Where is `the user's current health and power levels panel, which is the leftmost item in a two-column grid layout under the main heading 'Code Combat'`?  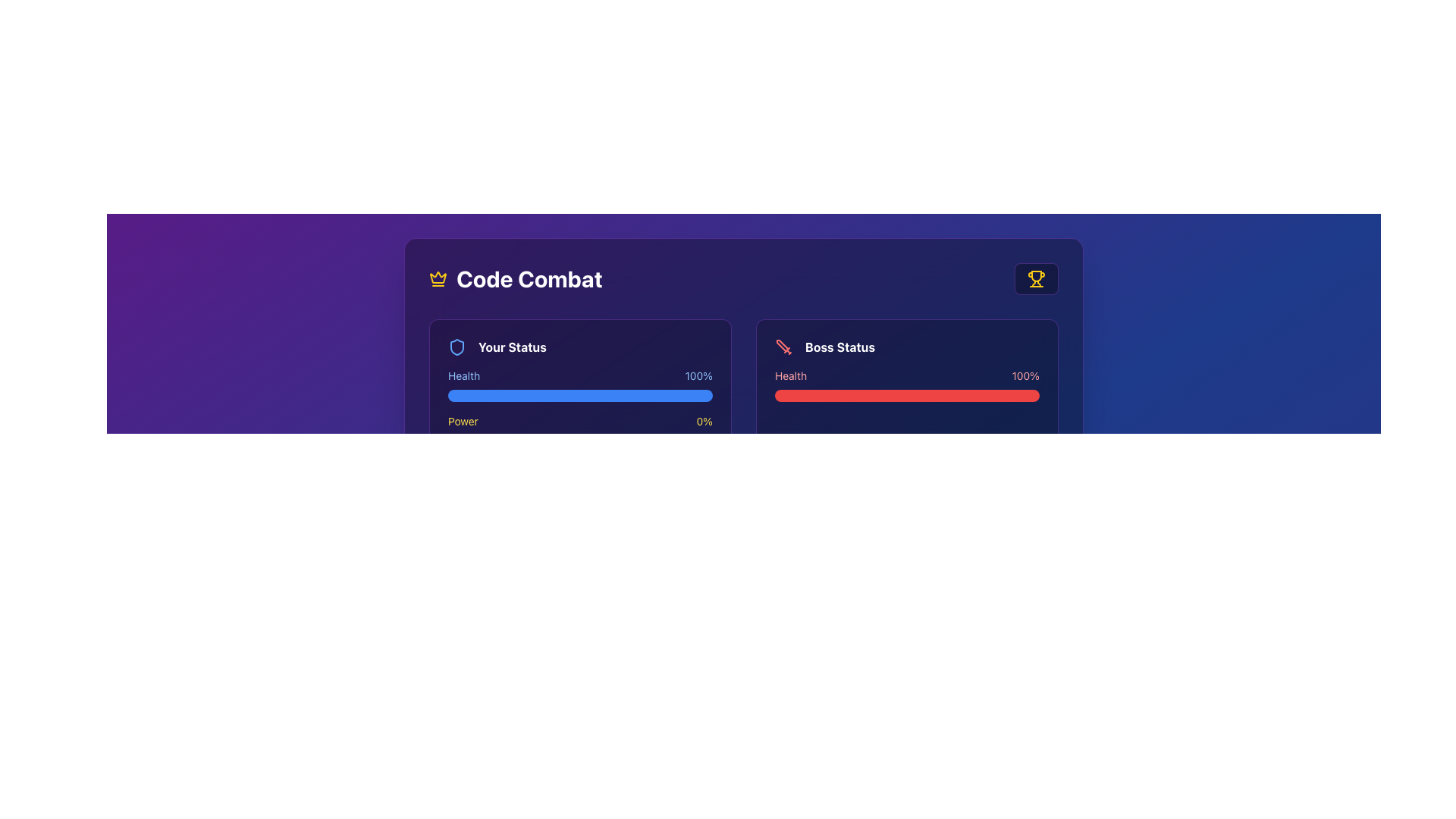 the user's current health and power levels panel, which is the leftmost item in a two-column grid layout under the main heading 'Code Combat' is located at coordinates (579, 391).